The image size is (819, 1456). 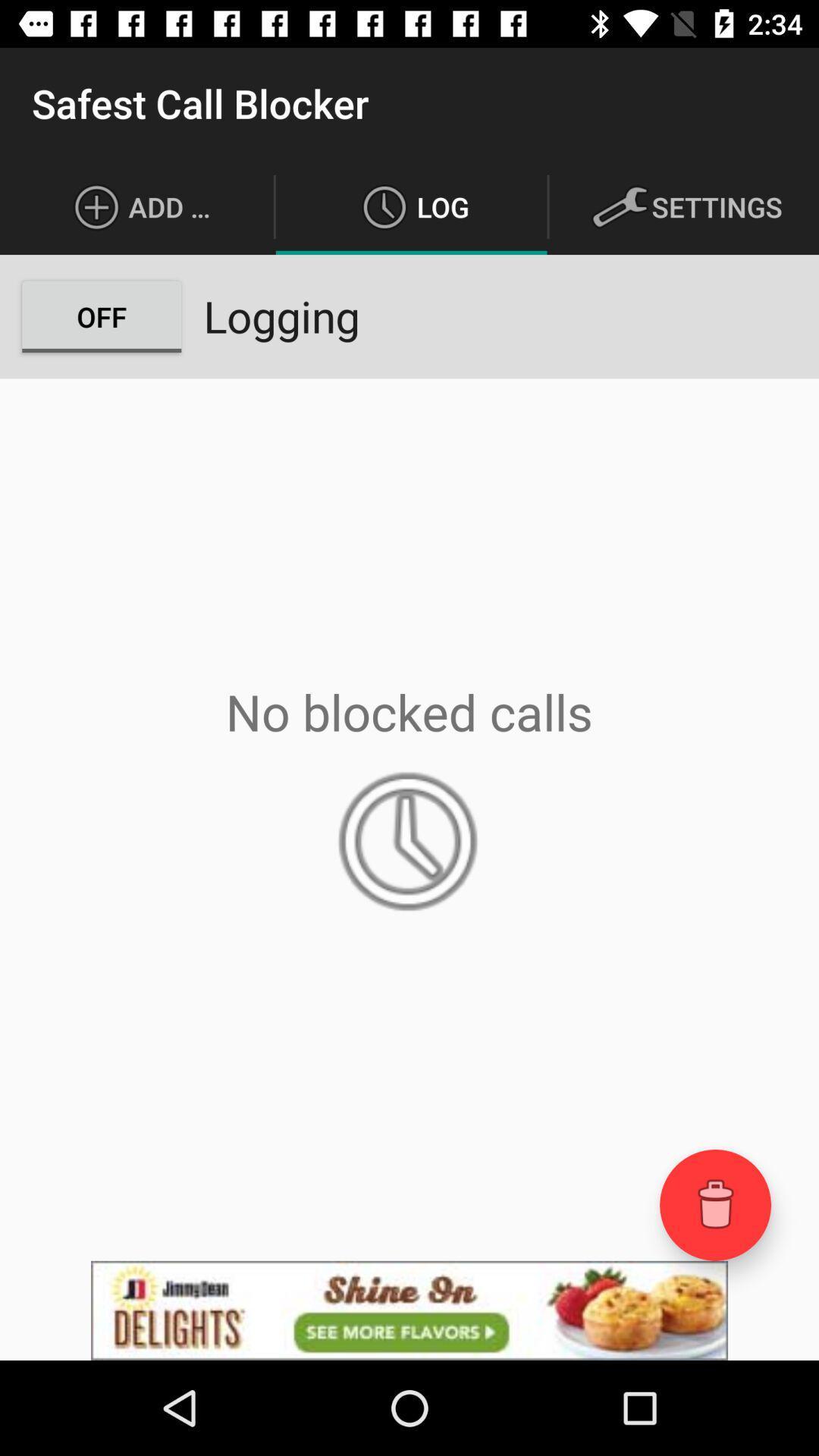 I want to click on click and open link to website, so click(x=409, y=1310).